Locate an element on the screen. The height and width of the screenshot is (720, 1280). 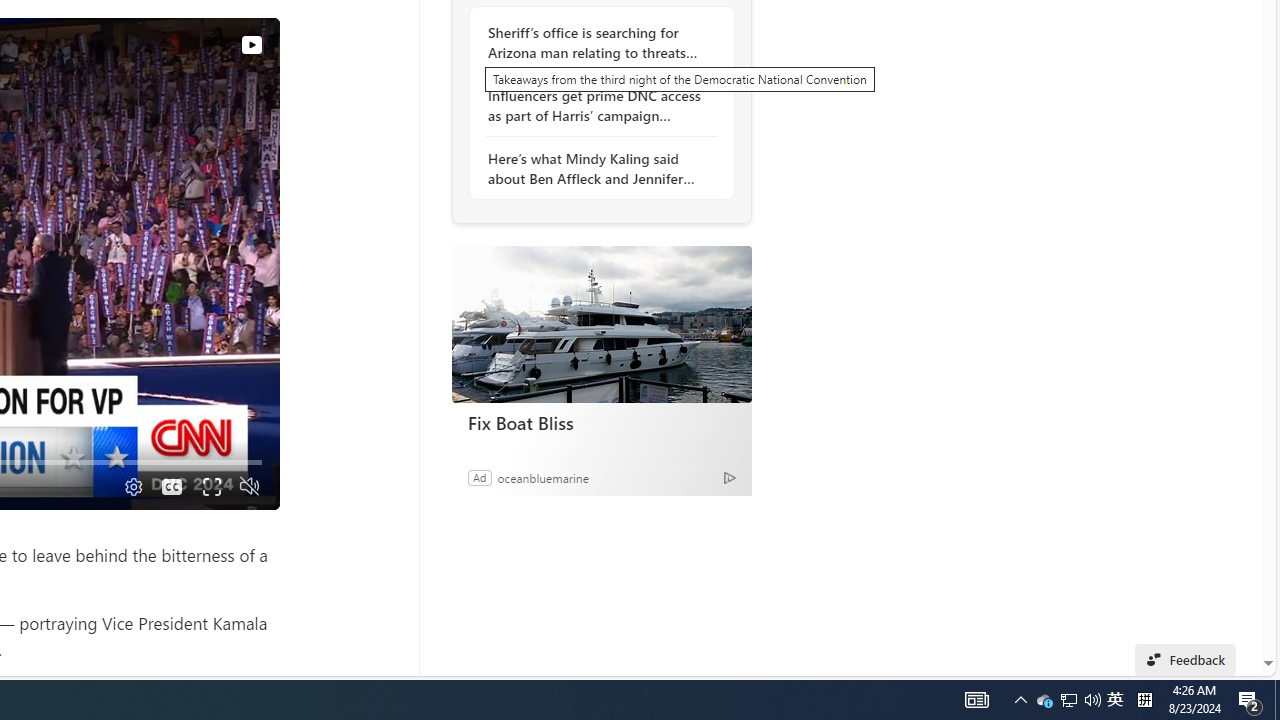
'Captions' is located at coordinates (171, 486).